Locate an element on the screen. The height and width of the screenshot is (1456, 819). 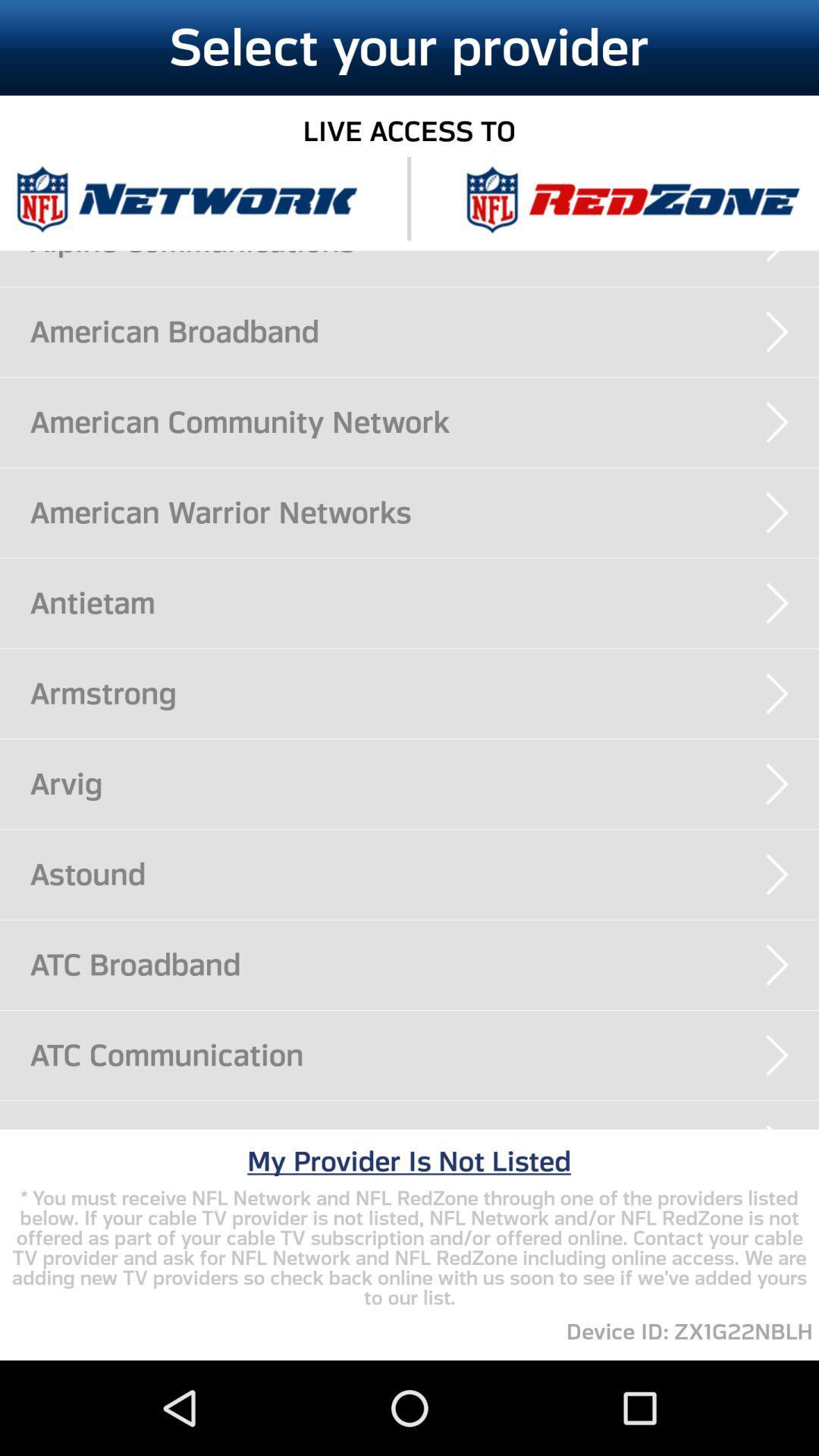
atc broadband app is located at coordinates (424, 964).